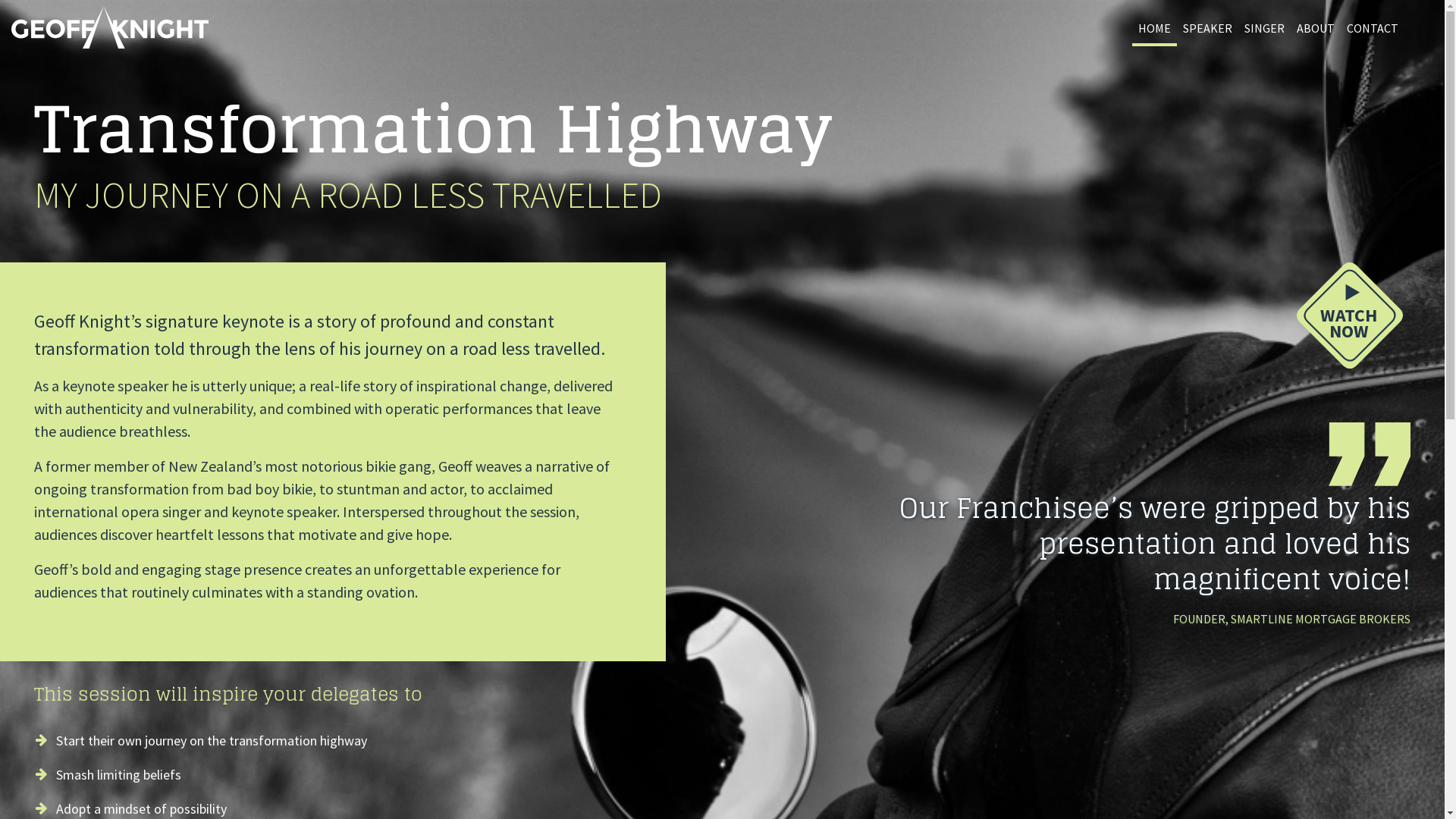  I want to click on 'HOME', so click(1153, 29).